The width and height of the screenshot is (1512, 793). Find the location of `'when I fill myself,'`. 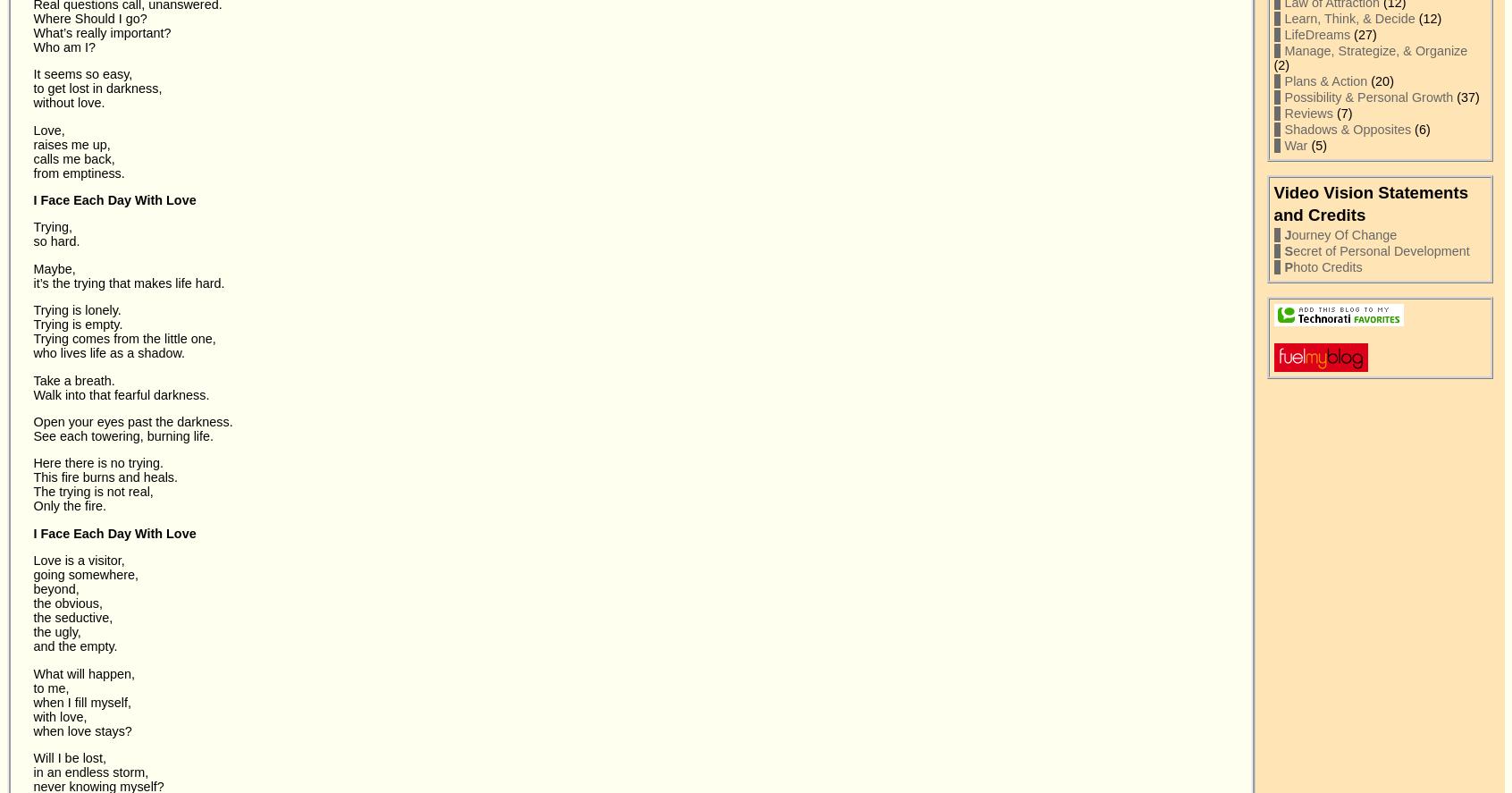

'when I fill myself,' is located at coordinates (82, 700).